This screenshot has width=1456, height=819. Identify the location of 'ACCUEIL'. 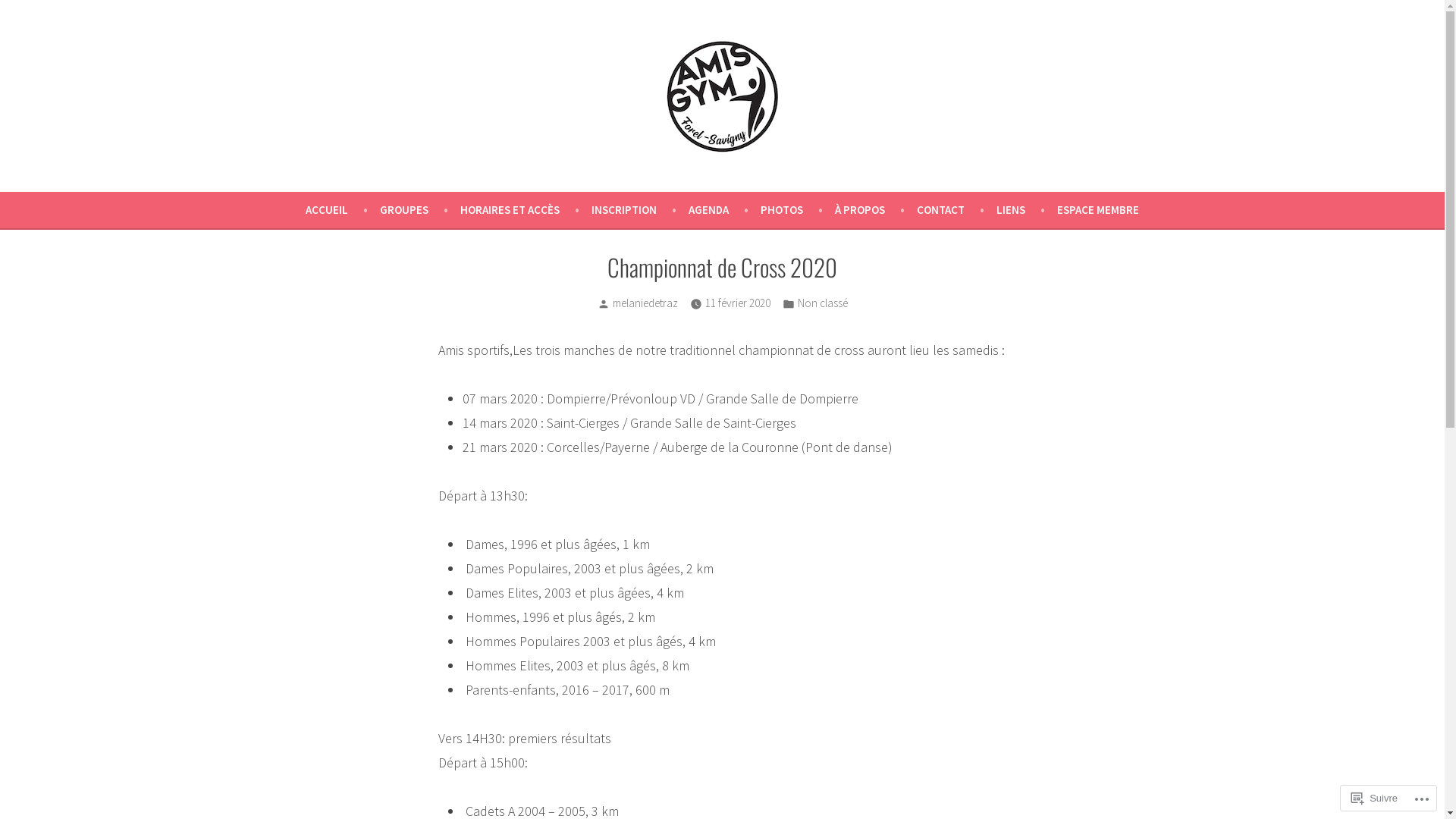
(341, 210).